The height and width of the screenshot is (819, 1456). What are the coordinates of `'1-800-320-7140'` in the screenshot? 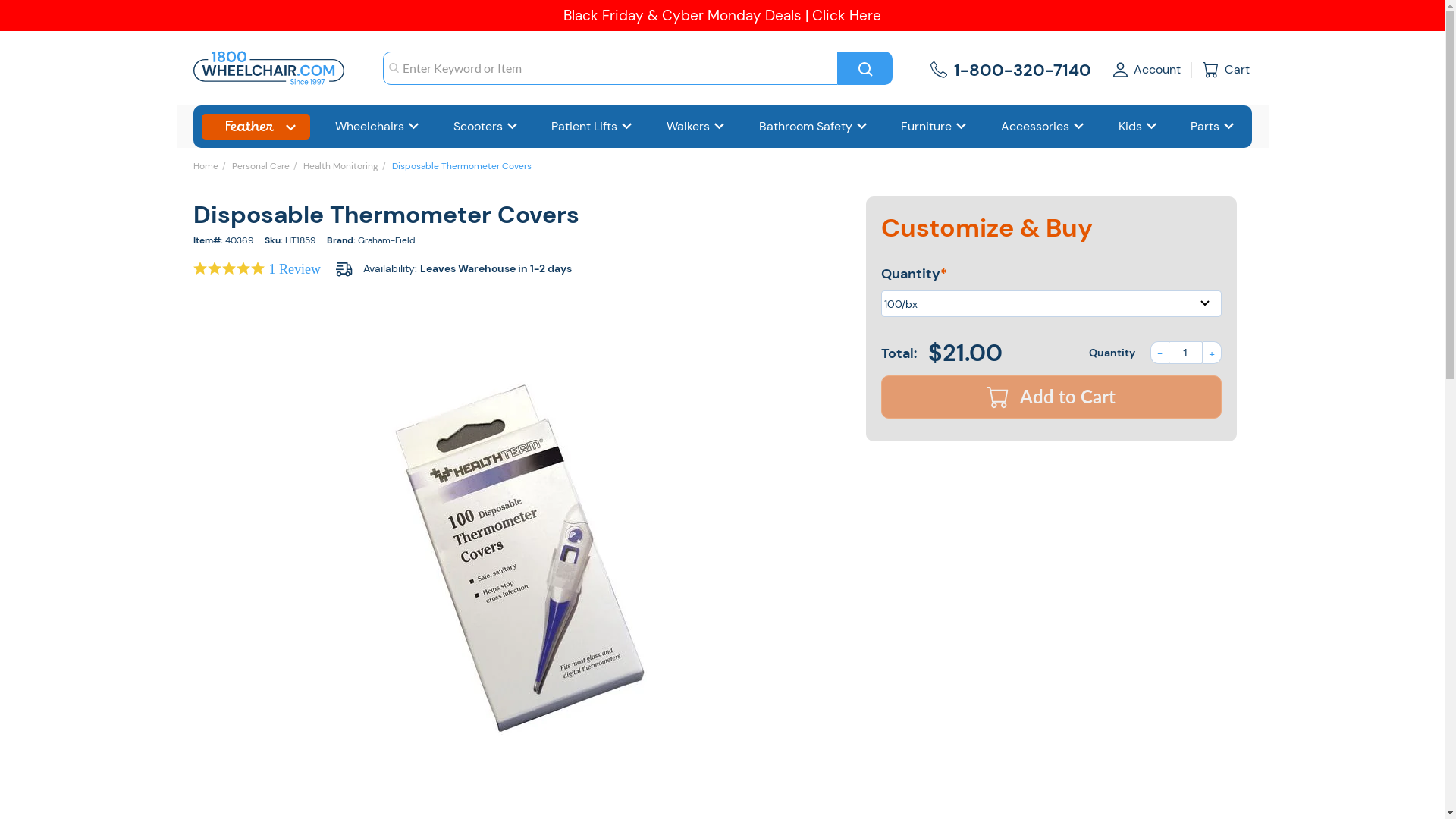 It's located at (1021, 68).